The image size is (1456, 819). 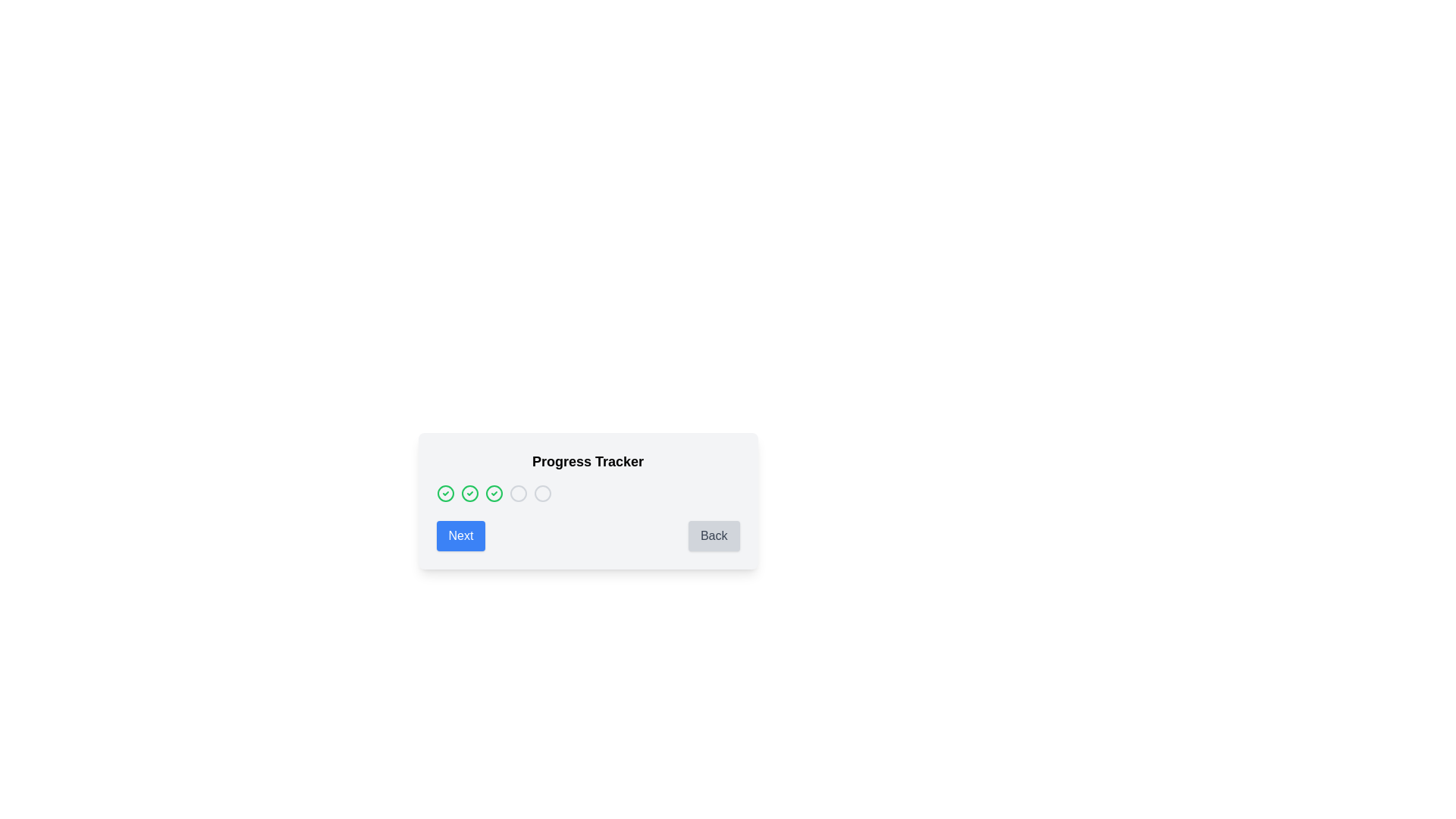 I want to click on the third circular progress indicator which serves as a checkpoint in the progress tracker, so click(x=494, y=494).